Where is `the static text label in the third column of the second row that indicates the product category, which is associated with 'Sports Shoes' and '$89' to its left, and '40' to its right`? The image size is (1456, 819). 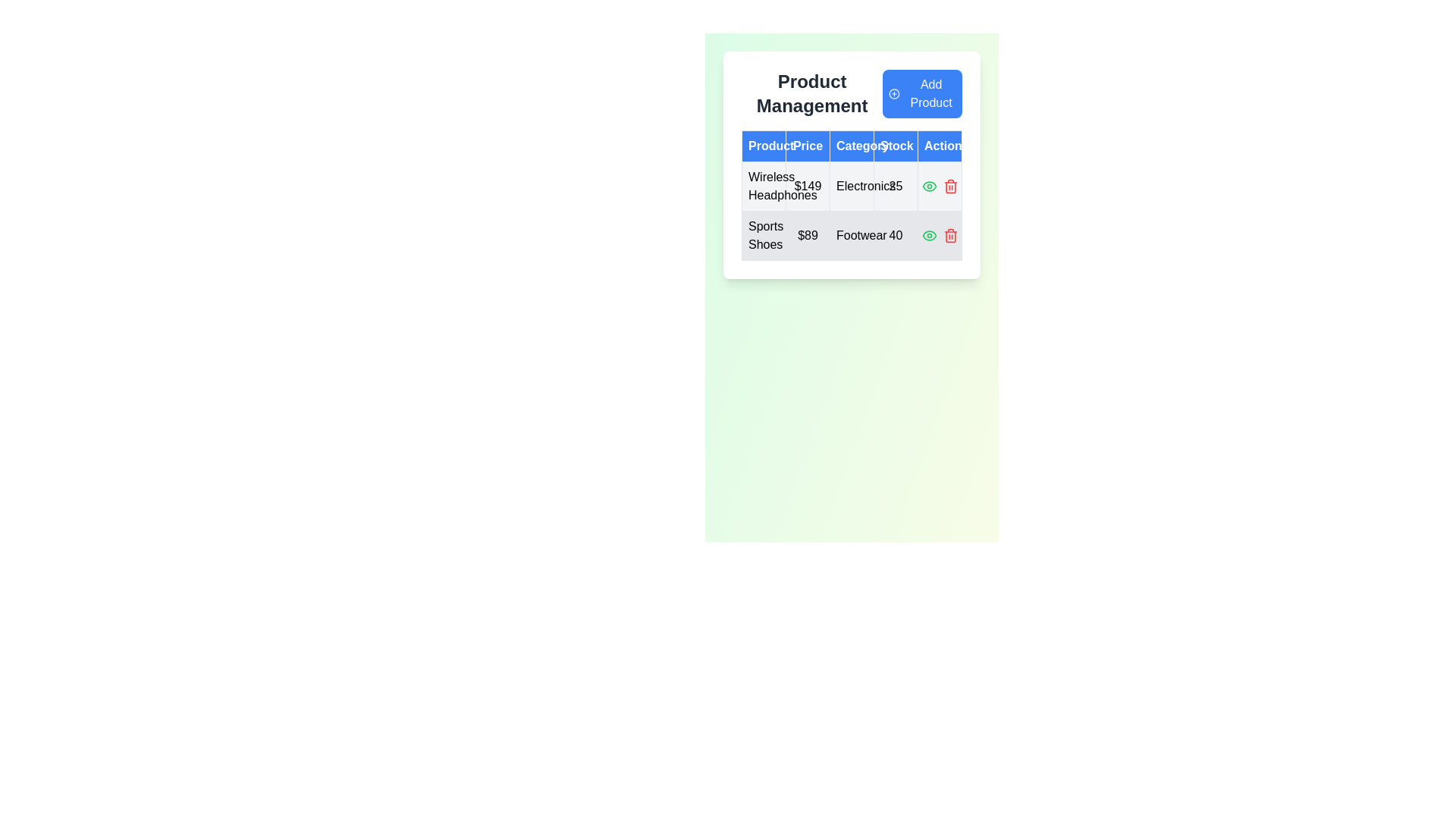 the static text label in the third column of the second row that indicates the product category, which is associated with 'Sports Shoes' and '$89' to its left, and '40' to its right is located at coordinates (852, 236).